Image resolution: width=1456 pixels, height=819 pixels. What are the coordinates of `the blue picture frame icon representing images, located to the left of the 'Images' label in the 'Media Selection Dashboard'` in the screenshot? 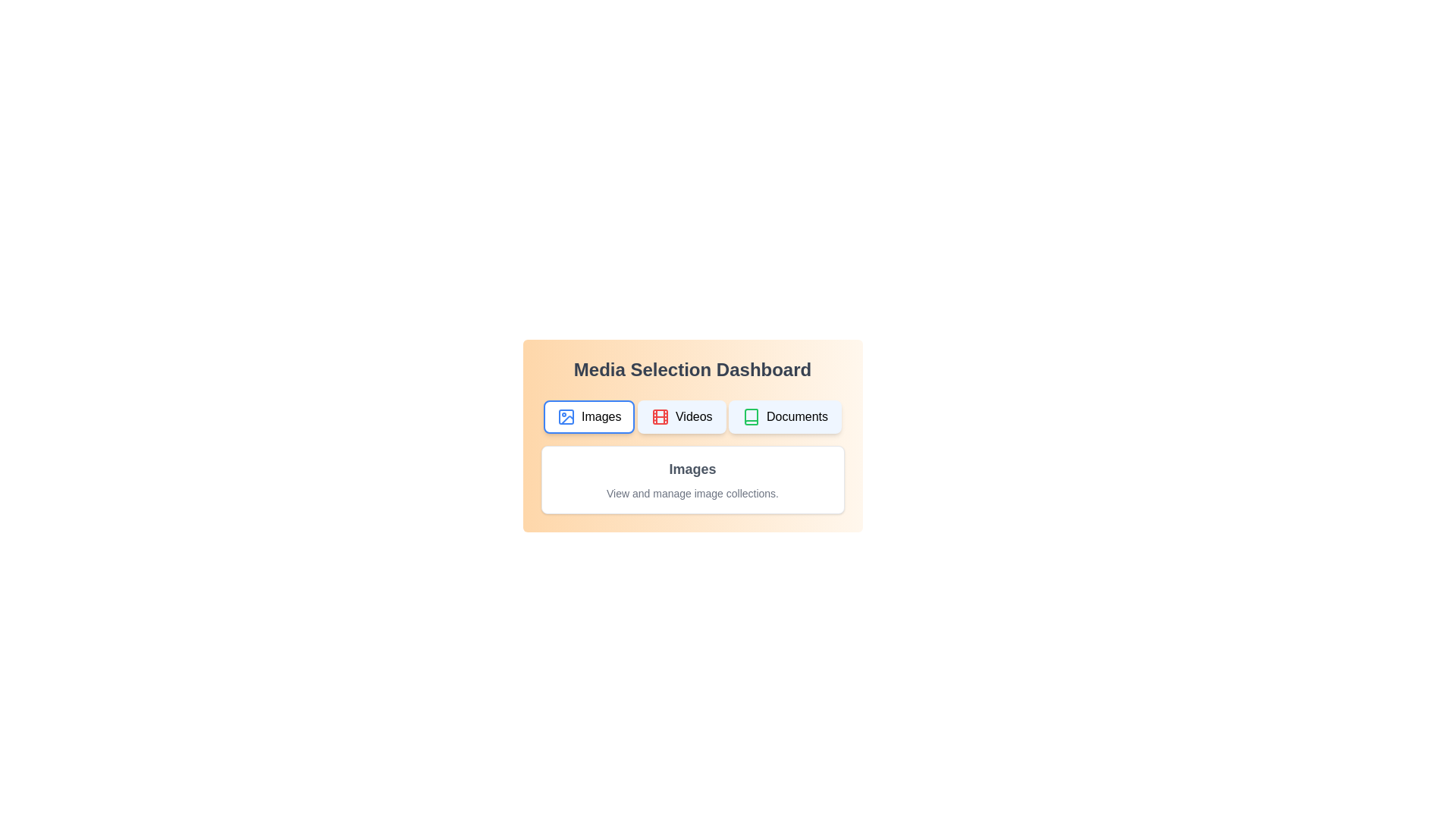 It's located at (566, 417).